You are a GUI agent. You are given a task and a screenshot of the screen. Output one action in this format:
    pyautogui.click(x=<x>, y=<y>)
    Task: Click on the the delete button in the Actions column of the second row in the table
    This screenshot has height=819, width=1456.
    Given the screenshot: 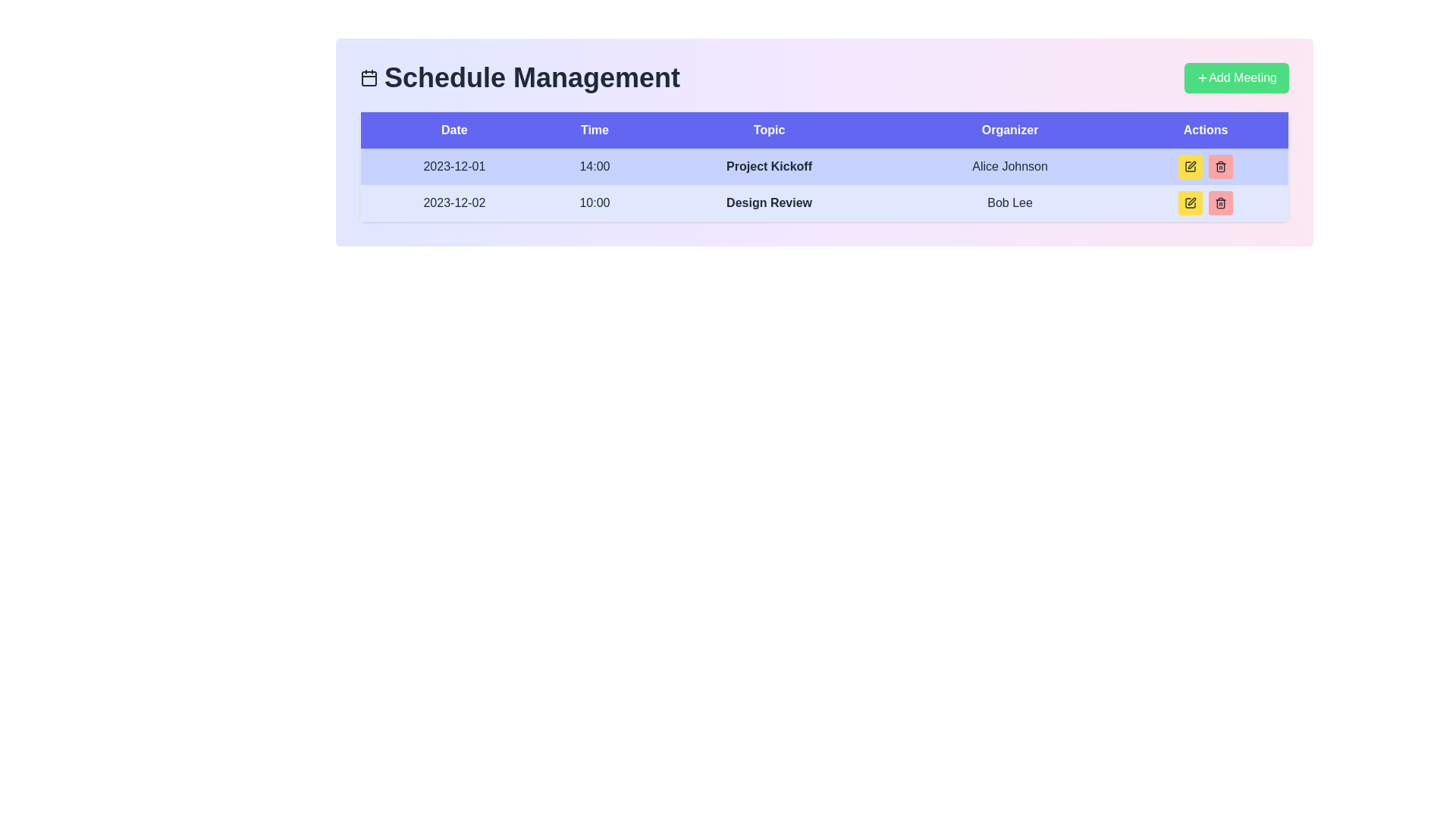 What is the action you would take?
    pyautogui.click(x=1221, y=202)
    